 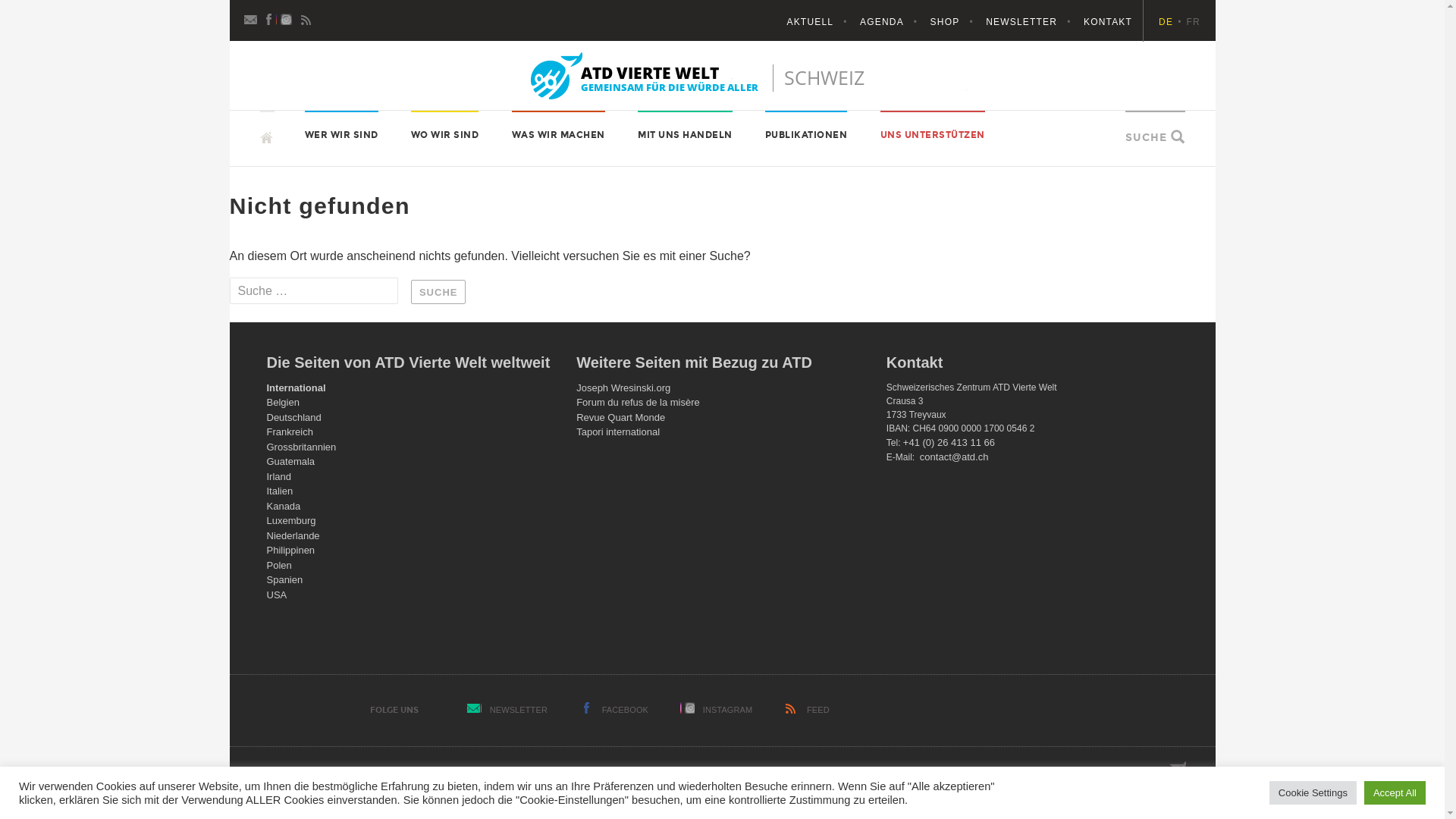 I want to click on 'FR', so click(x=1193, y=22).